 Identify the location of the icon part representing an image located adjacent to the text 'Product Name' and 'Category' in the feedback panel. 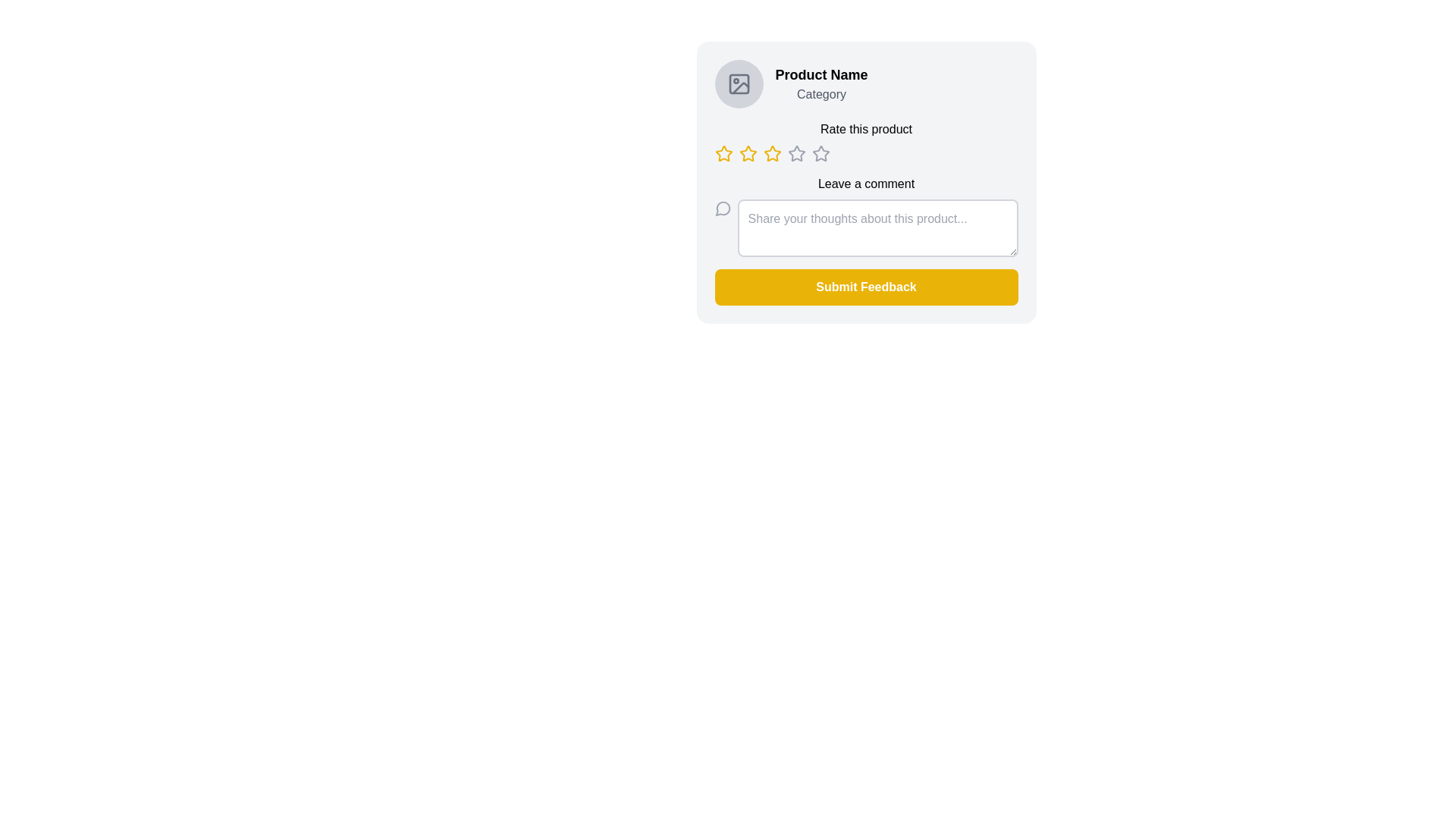
(739, 84).